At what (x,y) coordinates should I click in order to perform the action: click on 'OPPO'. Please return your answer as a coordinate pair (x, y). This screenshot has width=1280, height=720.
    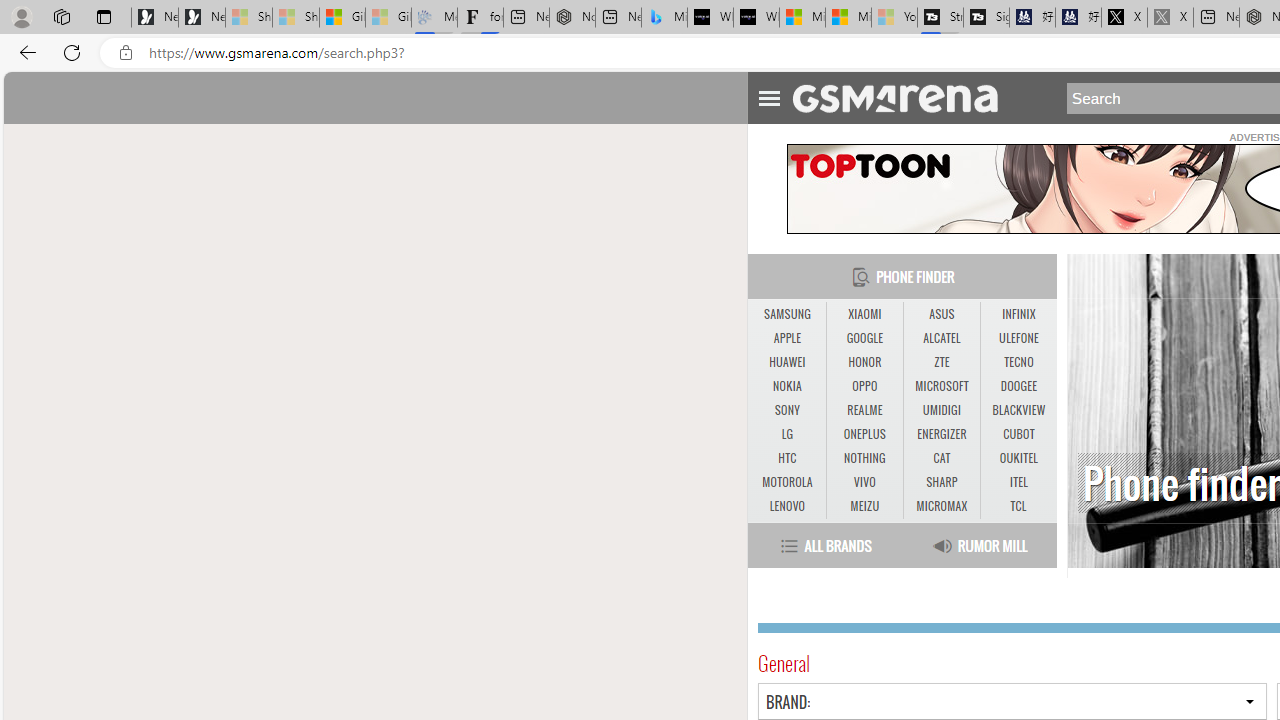
    Looking at the image, I should click on (864, 387).